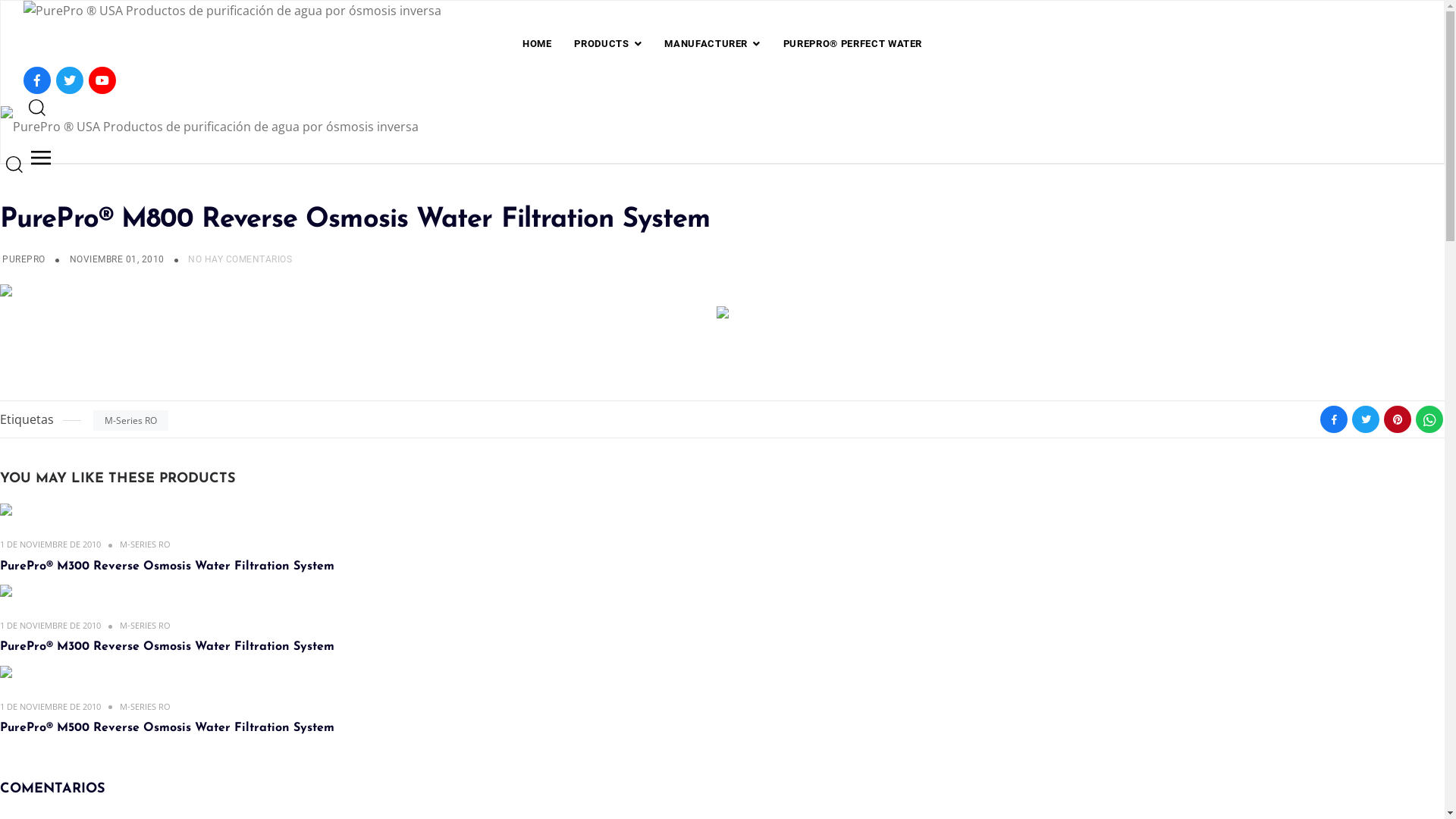 This screenshot has height=819, width=1456. I want to click on 'HOME', so click(510, 42).